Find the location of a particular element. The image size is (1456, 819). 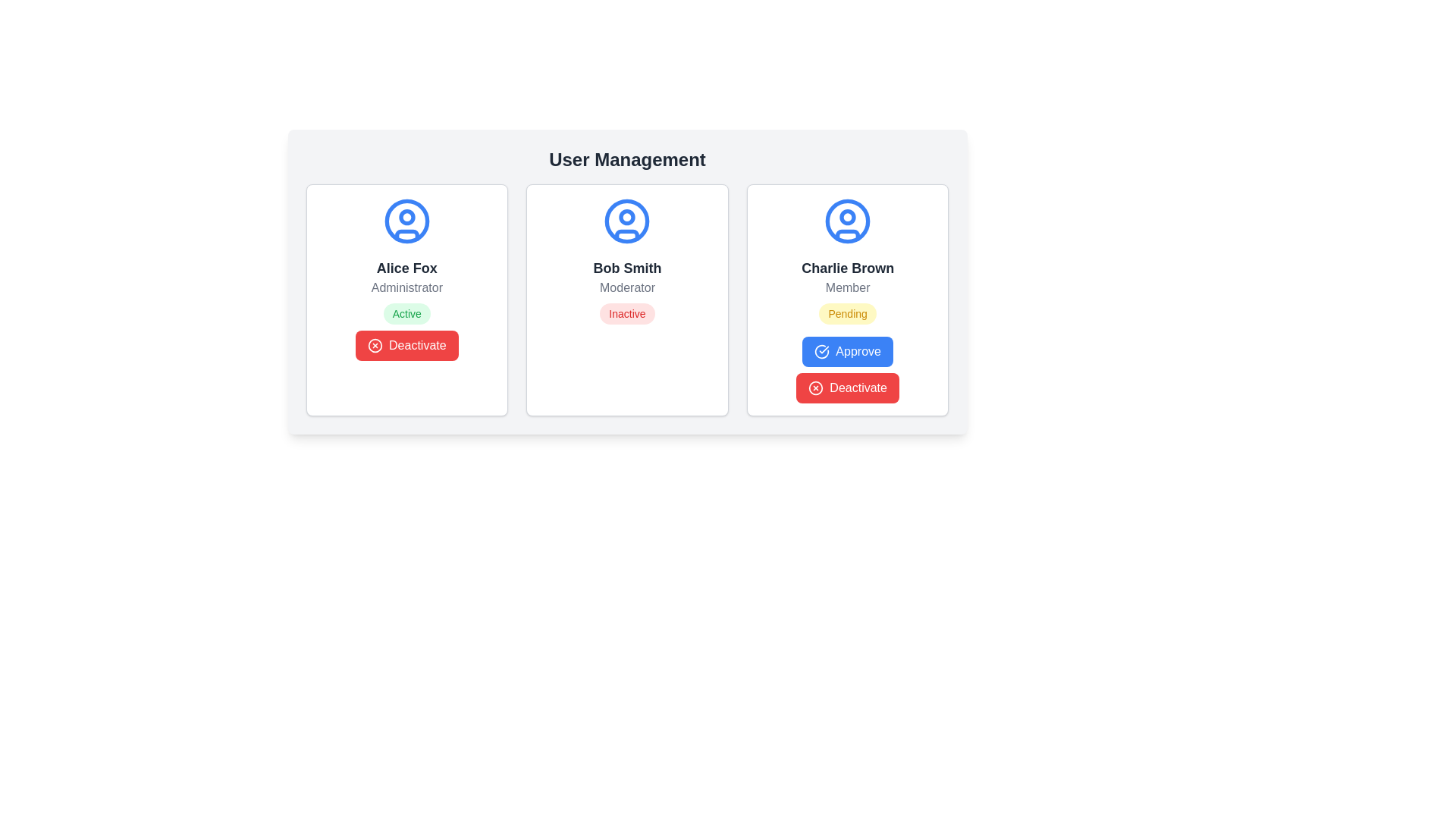

the 'Member' text label, which is styled in gray, located in the user profile card for 'Charlie Brown', positioned below his name and above the status badge 'Pending' is located at coordinates (847, 288).